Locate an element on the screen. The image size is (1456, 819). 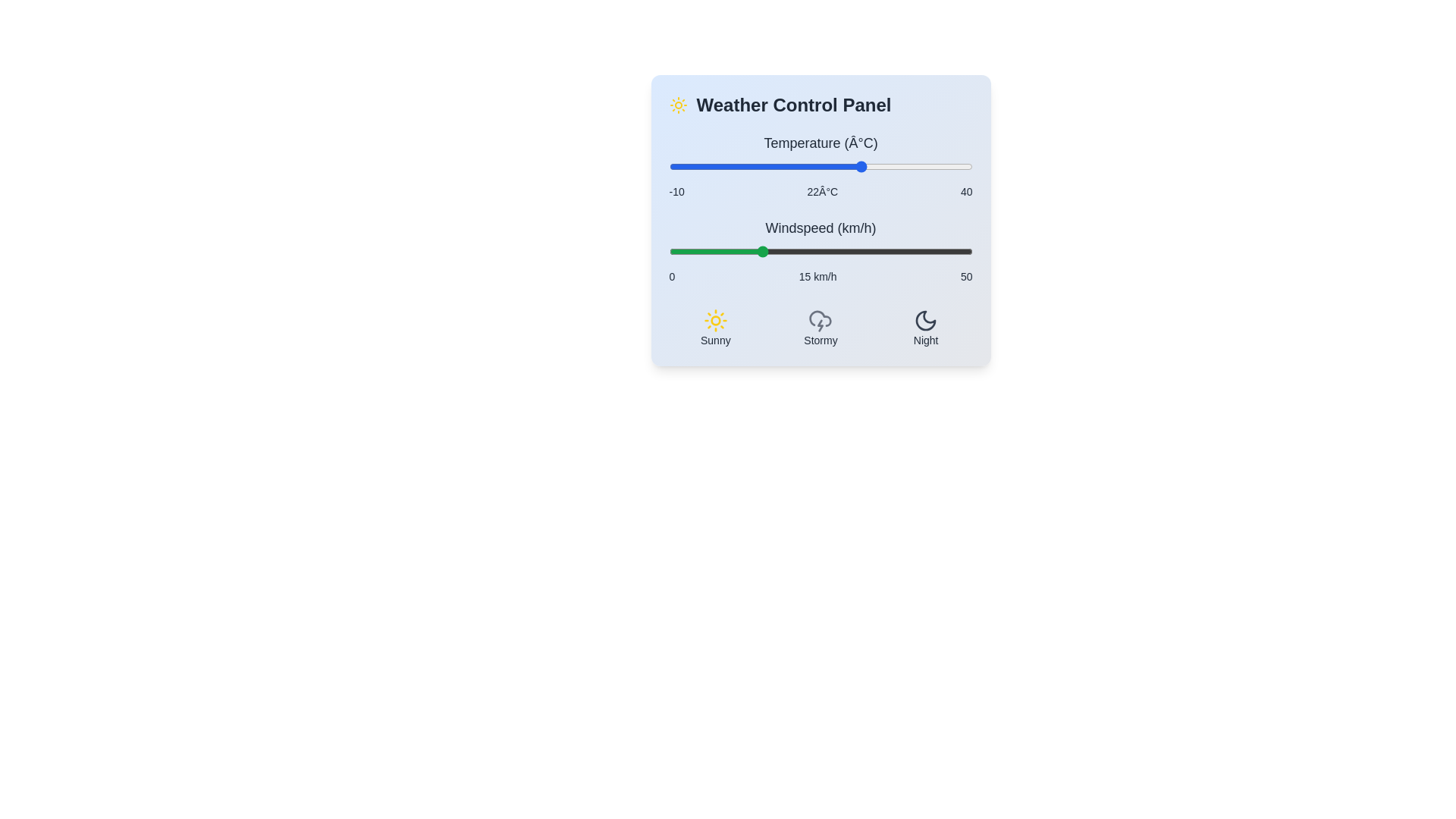
the temperature is located at coordinates (905, 166).